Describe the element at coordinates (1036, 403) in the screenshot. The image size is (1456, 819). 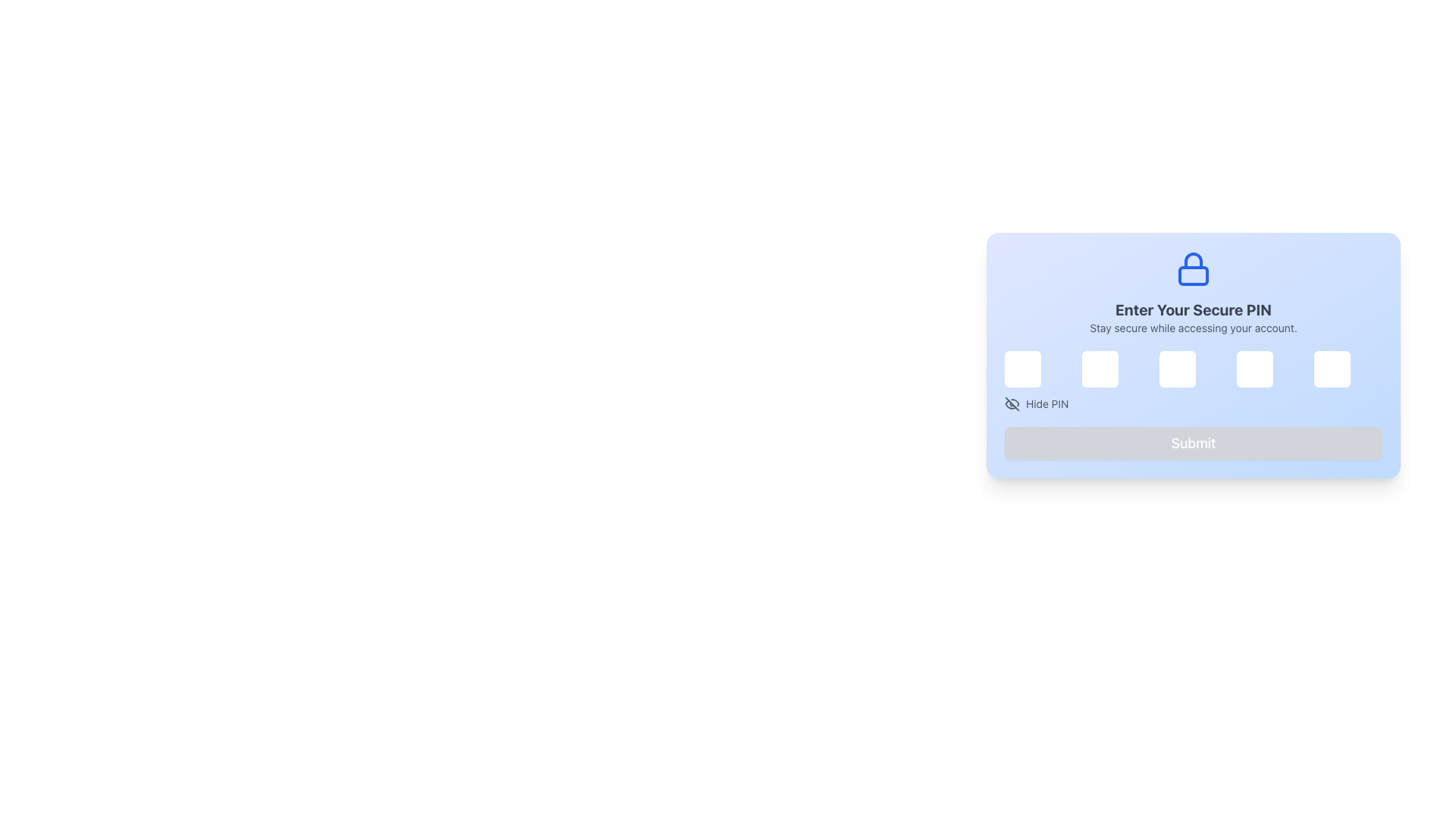
I see `the 'Hide PIN' button, which is a small gray text link with an eye-shaped icon, located below the PIN input boxes and above the 'Submit' button` at that location.